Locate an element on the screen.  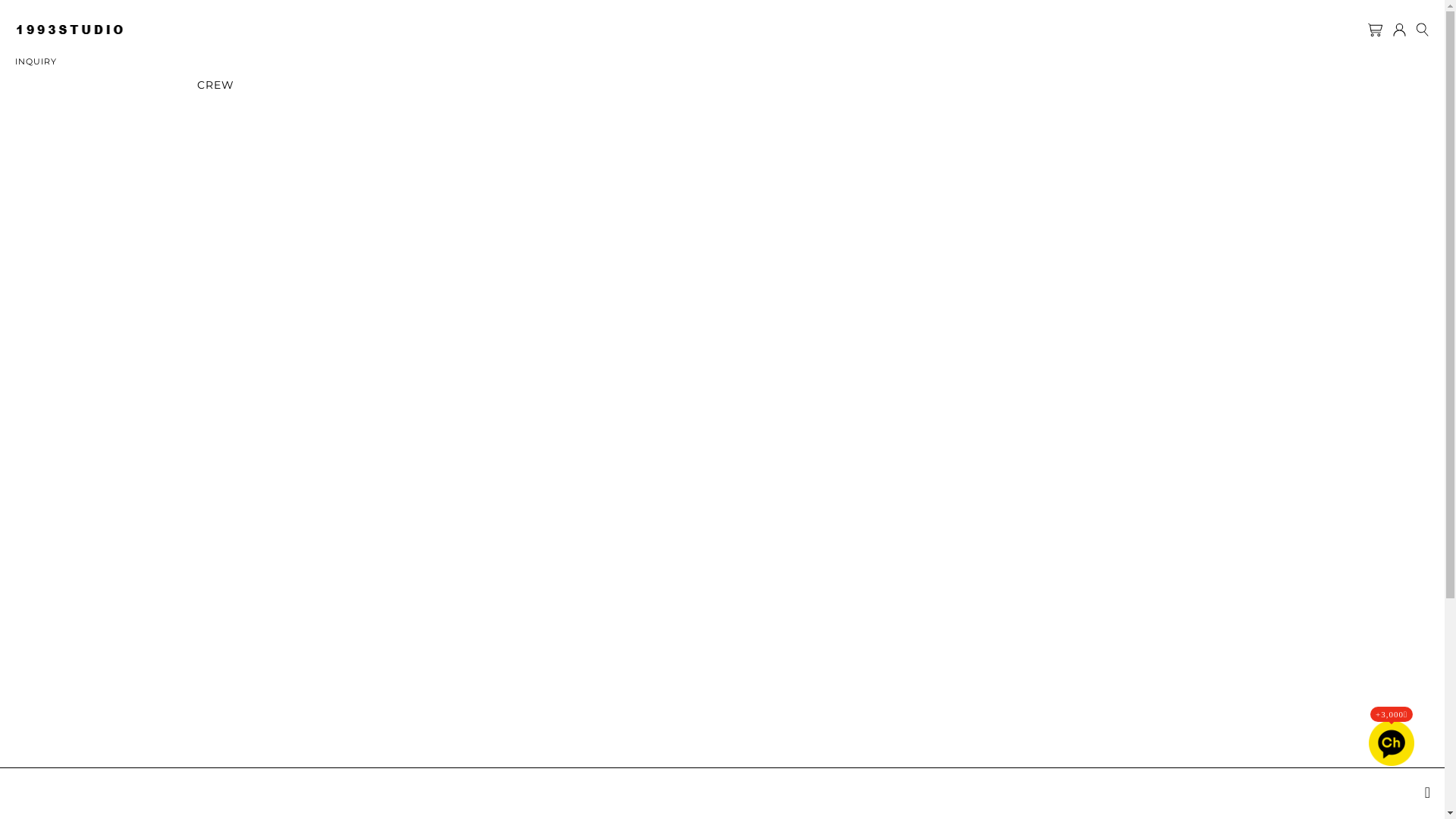
'INQUIRY' is located at coordinates (36, 61).